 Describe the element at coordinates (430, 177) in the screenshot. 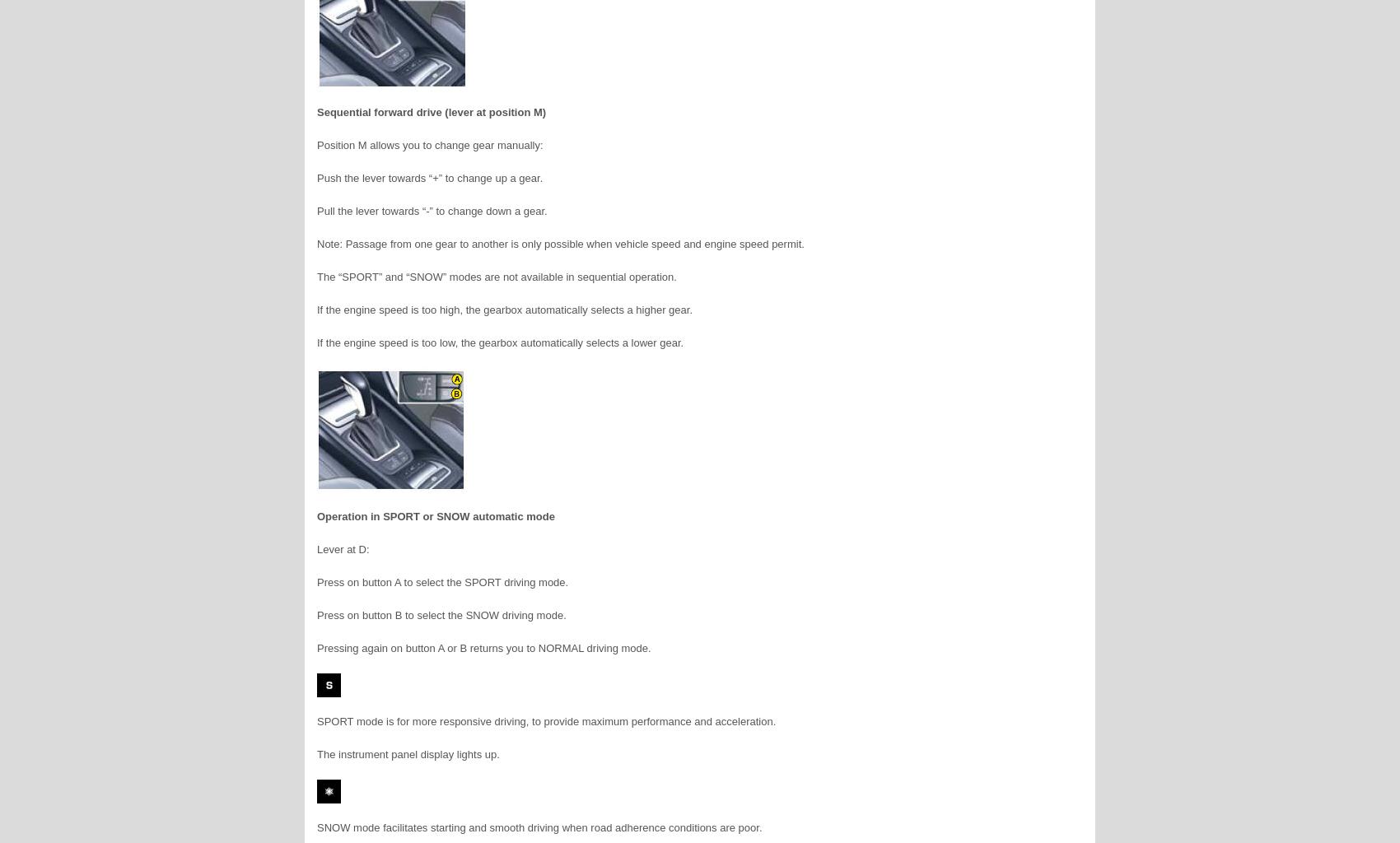

I see `'Push the lever towards “+” to change up a gear.'` at that location.